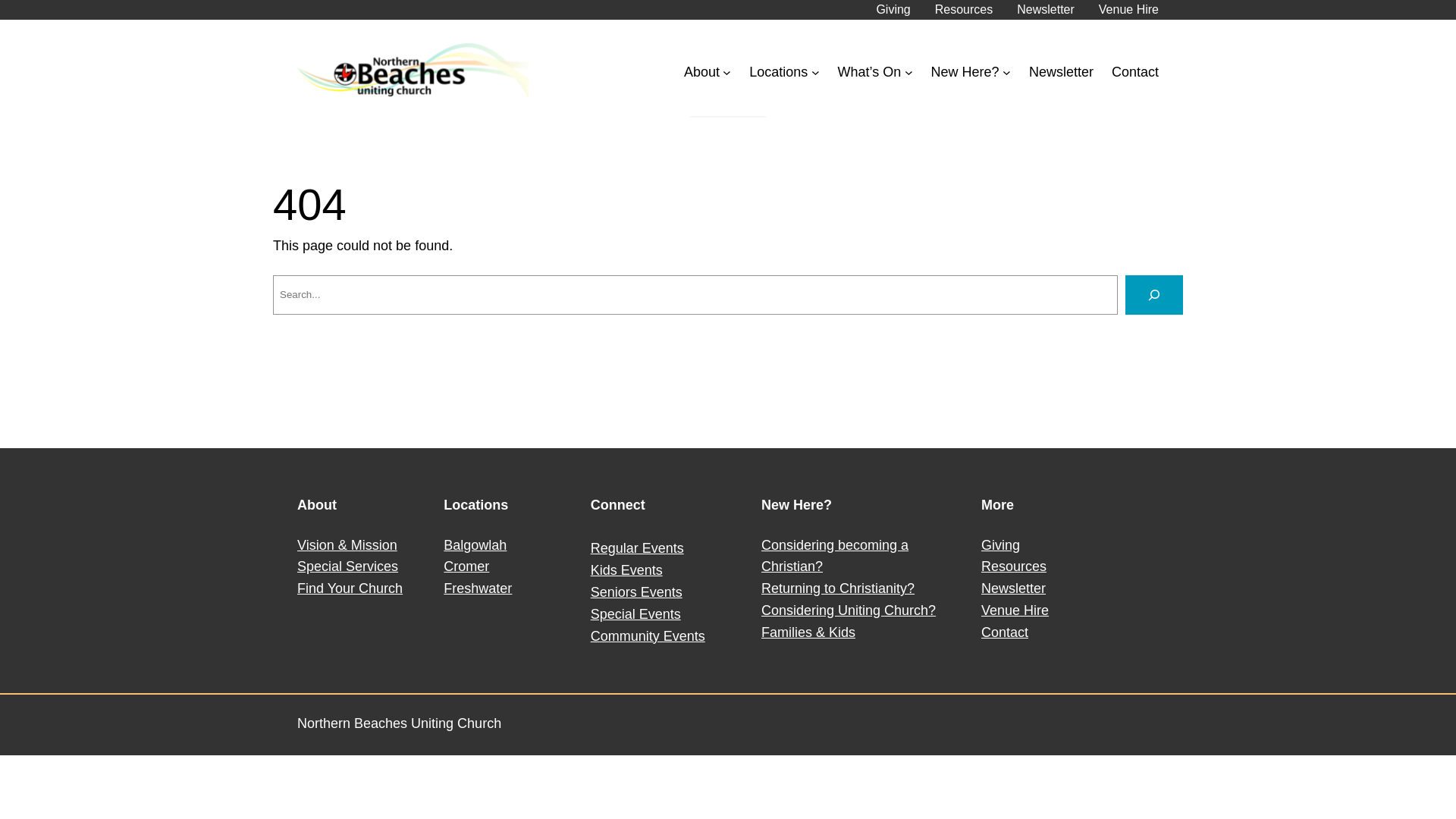  Describe the element at coordinates (847, 610) in the screenshot. I see `'Considering Uniting Church?'` at that location.